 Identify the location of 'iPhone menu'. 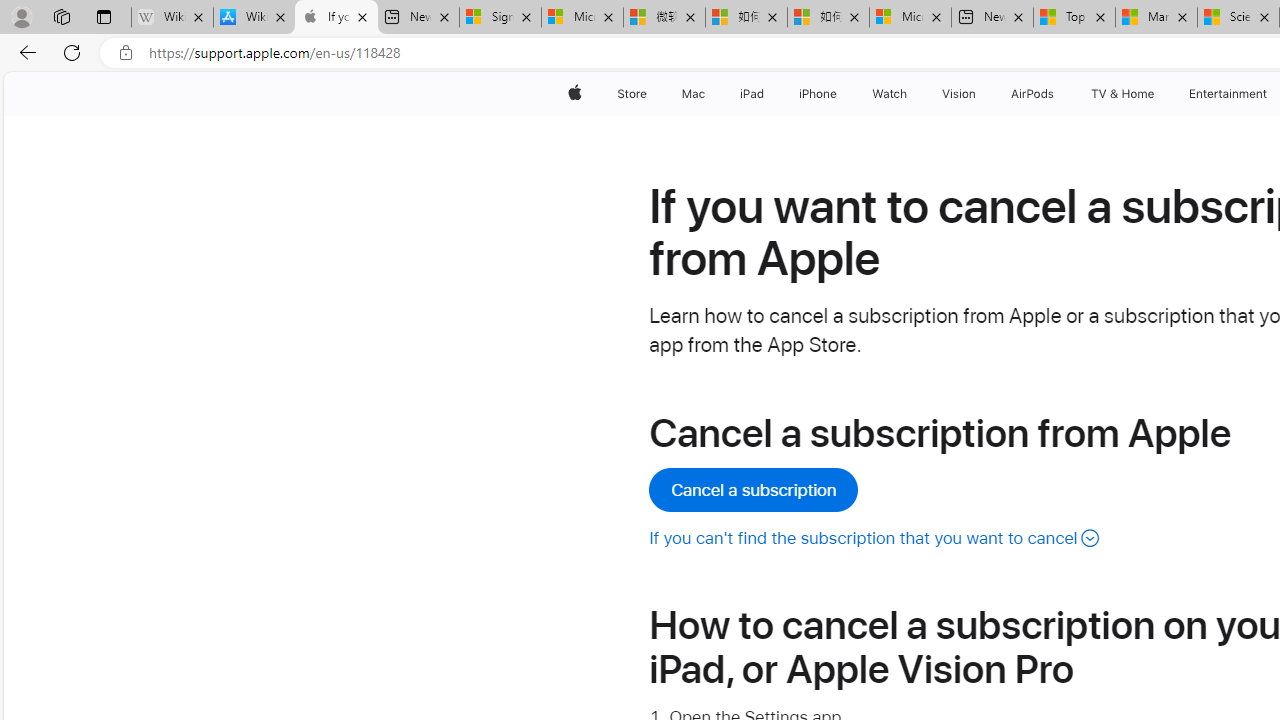
(840, 93).